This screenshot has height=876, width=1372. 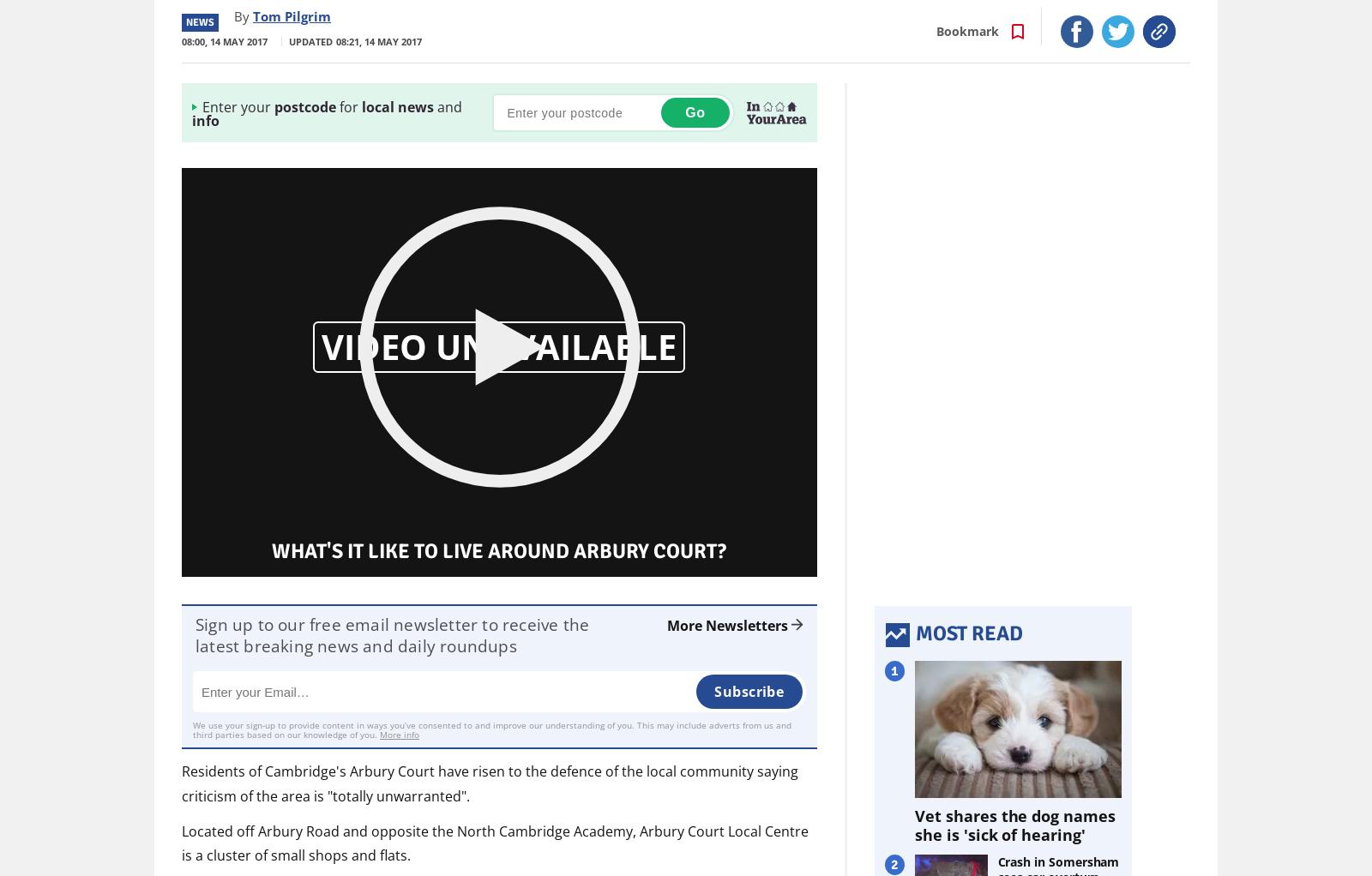 I want to click on 'We use your sign-up to provide content in ways you’ve consented to and improve our understanding of you. This may include adverts from us and third parties based on our knowledge of you.', so click(x=192, y=729).